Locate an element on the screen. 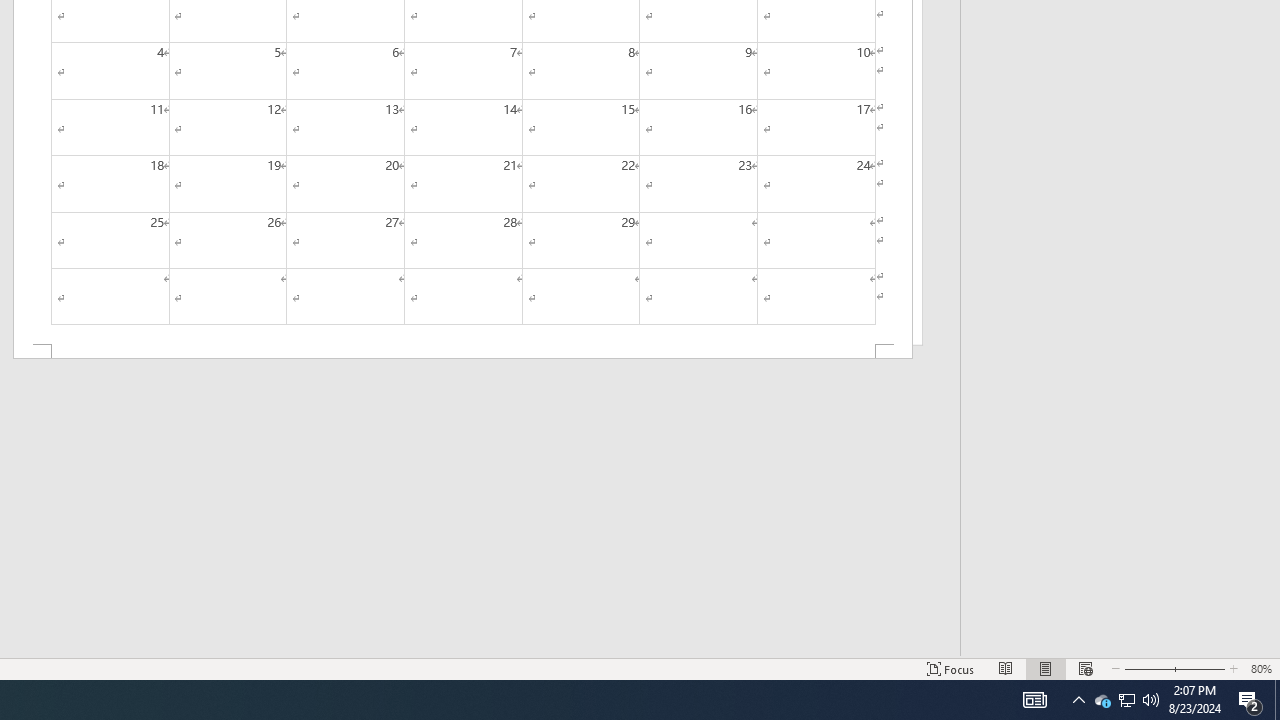 Image resolution: width=1280 pixels, height=720 pixels. 'Web Layout' is located at coordinates (1085, 669).